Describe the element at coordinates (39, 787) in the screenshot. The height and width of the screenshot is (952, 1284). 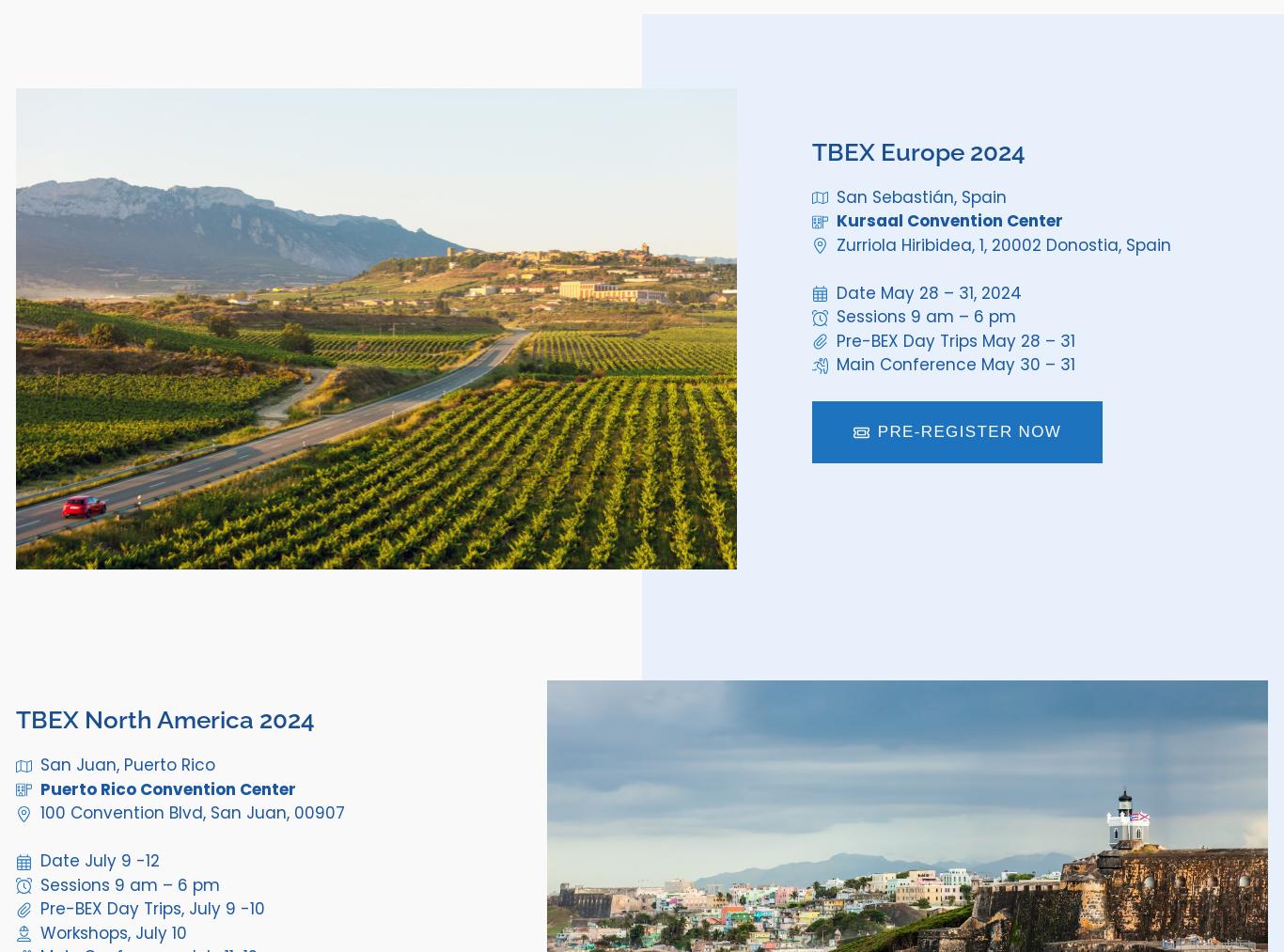
I see `'Puerto Rico Convention Center'` at that location.